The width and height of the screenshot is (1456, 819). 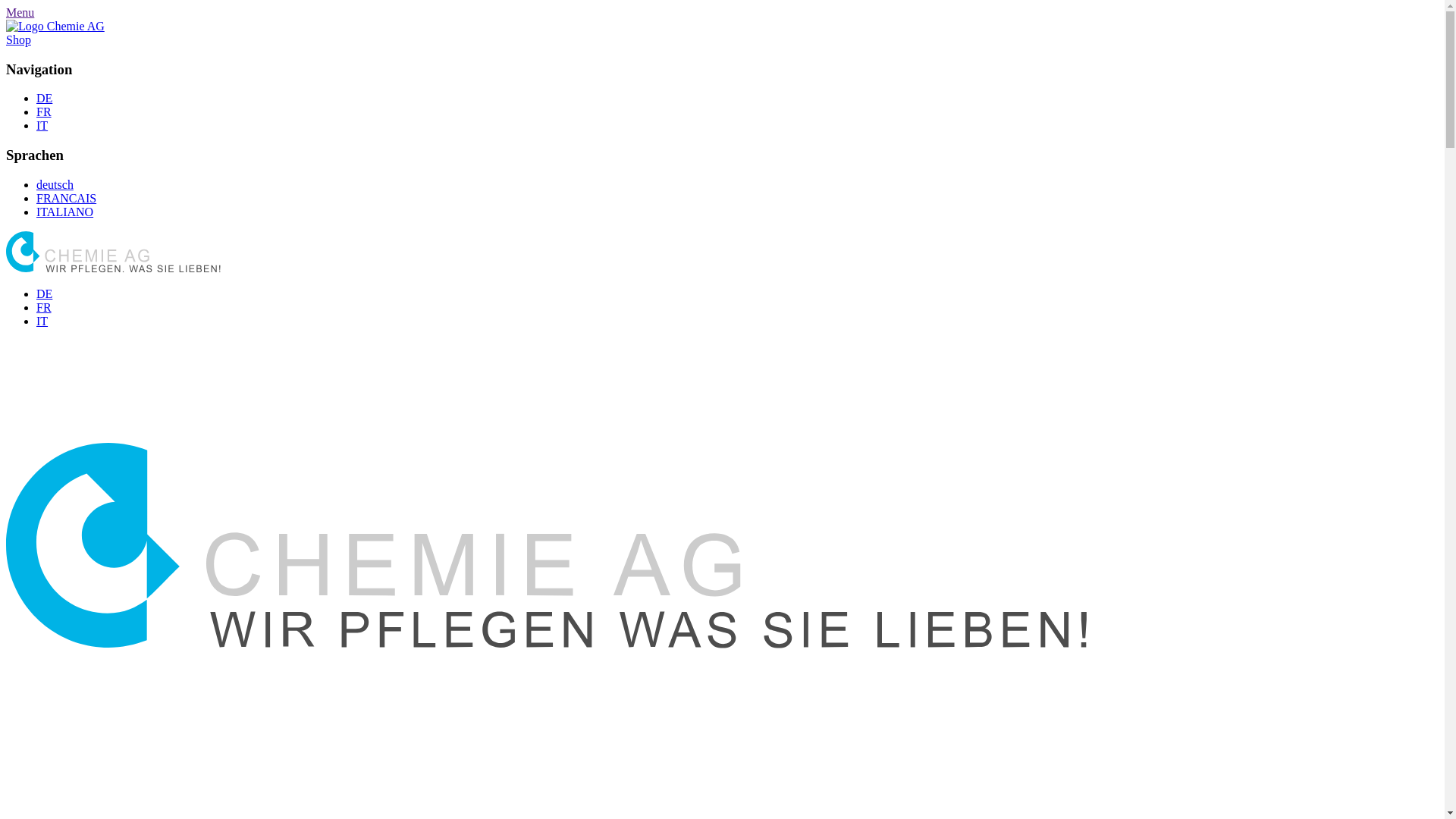 I want to click on 'FR', so click(x=36, y=307).